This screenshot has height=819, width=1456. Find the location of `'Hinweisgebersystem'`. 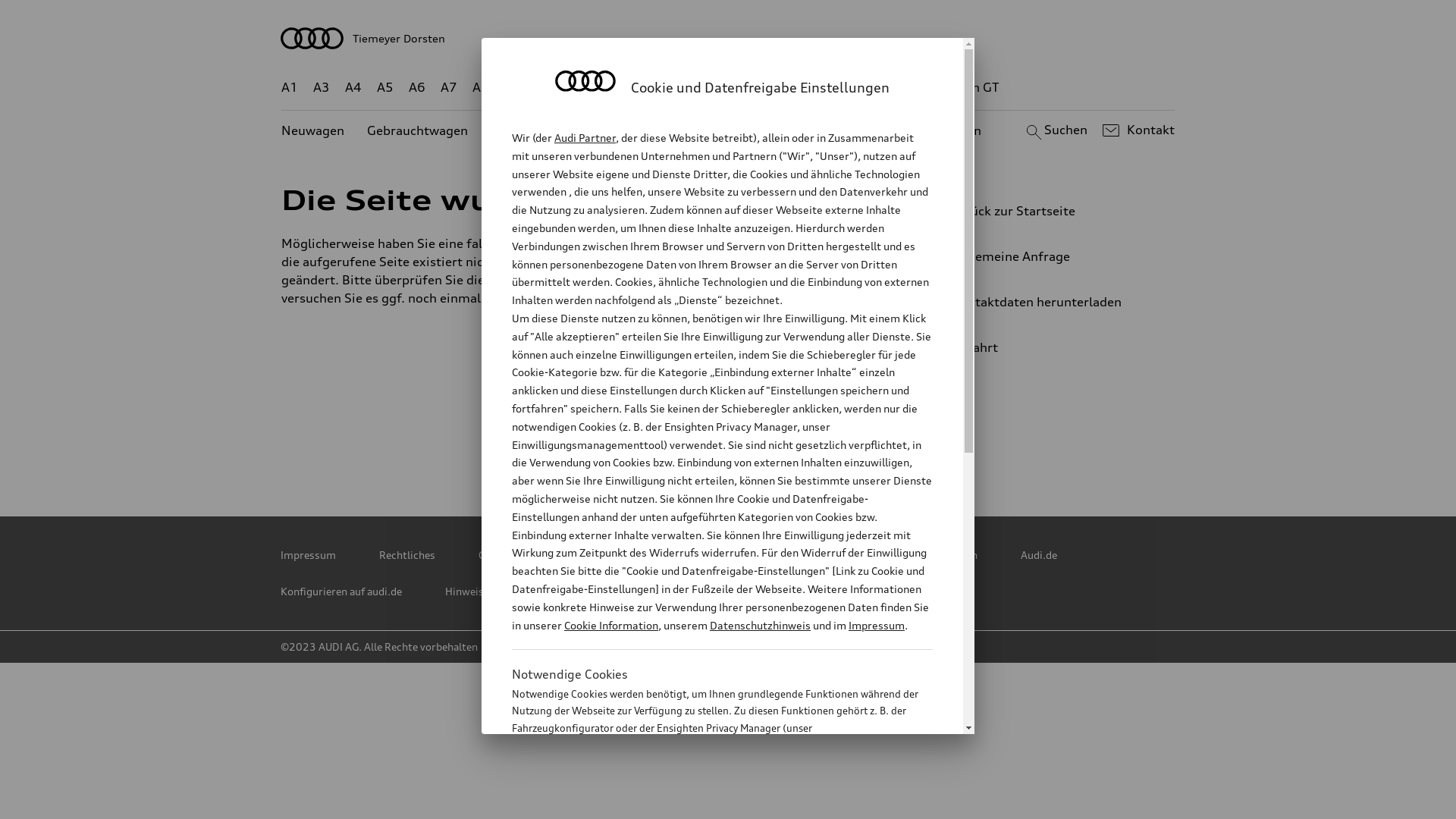

'Hinweisgebersystem' is located at coordinates (495, 590).